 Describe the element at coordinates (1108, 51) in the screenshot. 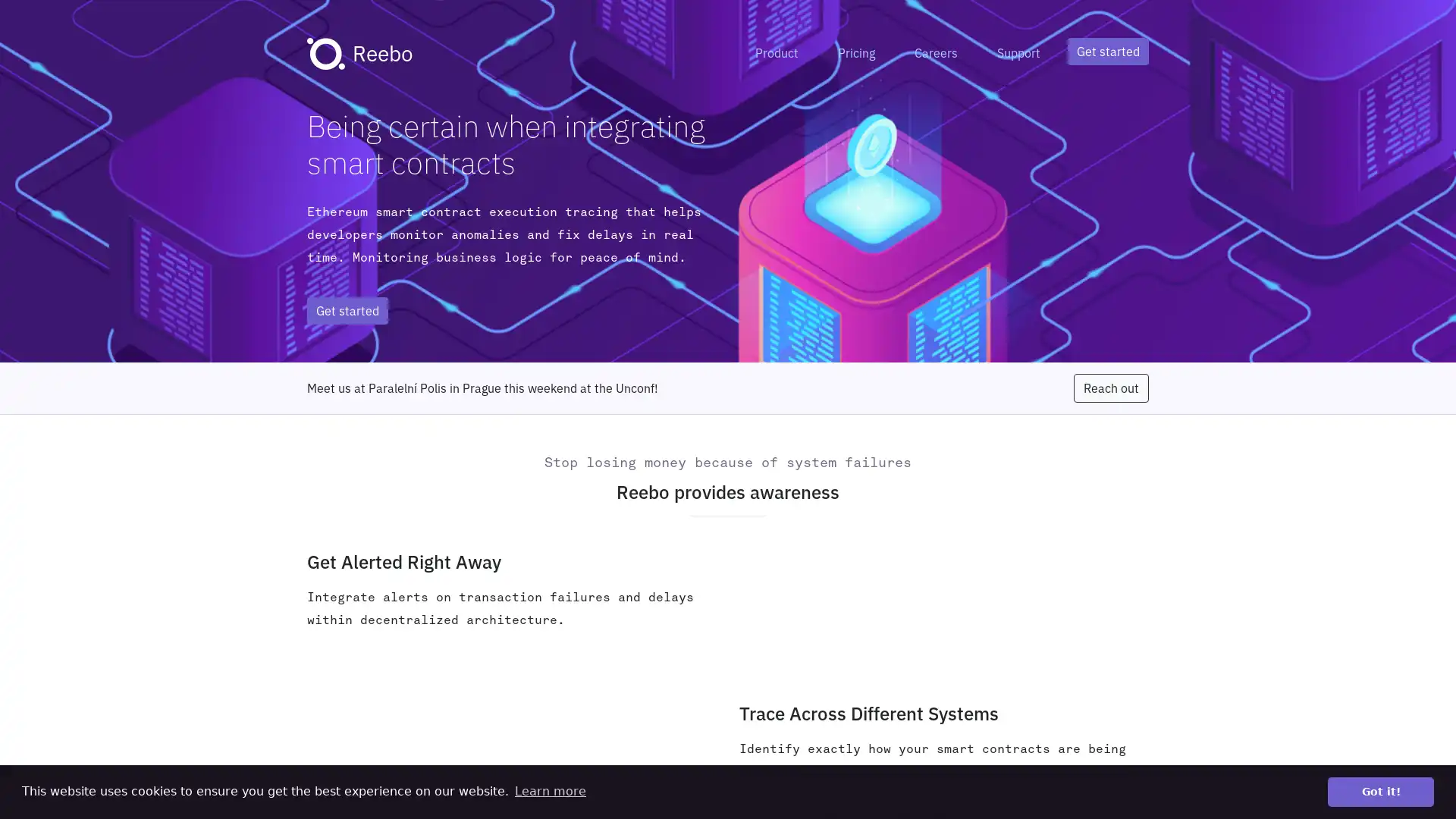

I see `Get started` at that location.